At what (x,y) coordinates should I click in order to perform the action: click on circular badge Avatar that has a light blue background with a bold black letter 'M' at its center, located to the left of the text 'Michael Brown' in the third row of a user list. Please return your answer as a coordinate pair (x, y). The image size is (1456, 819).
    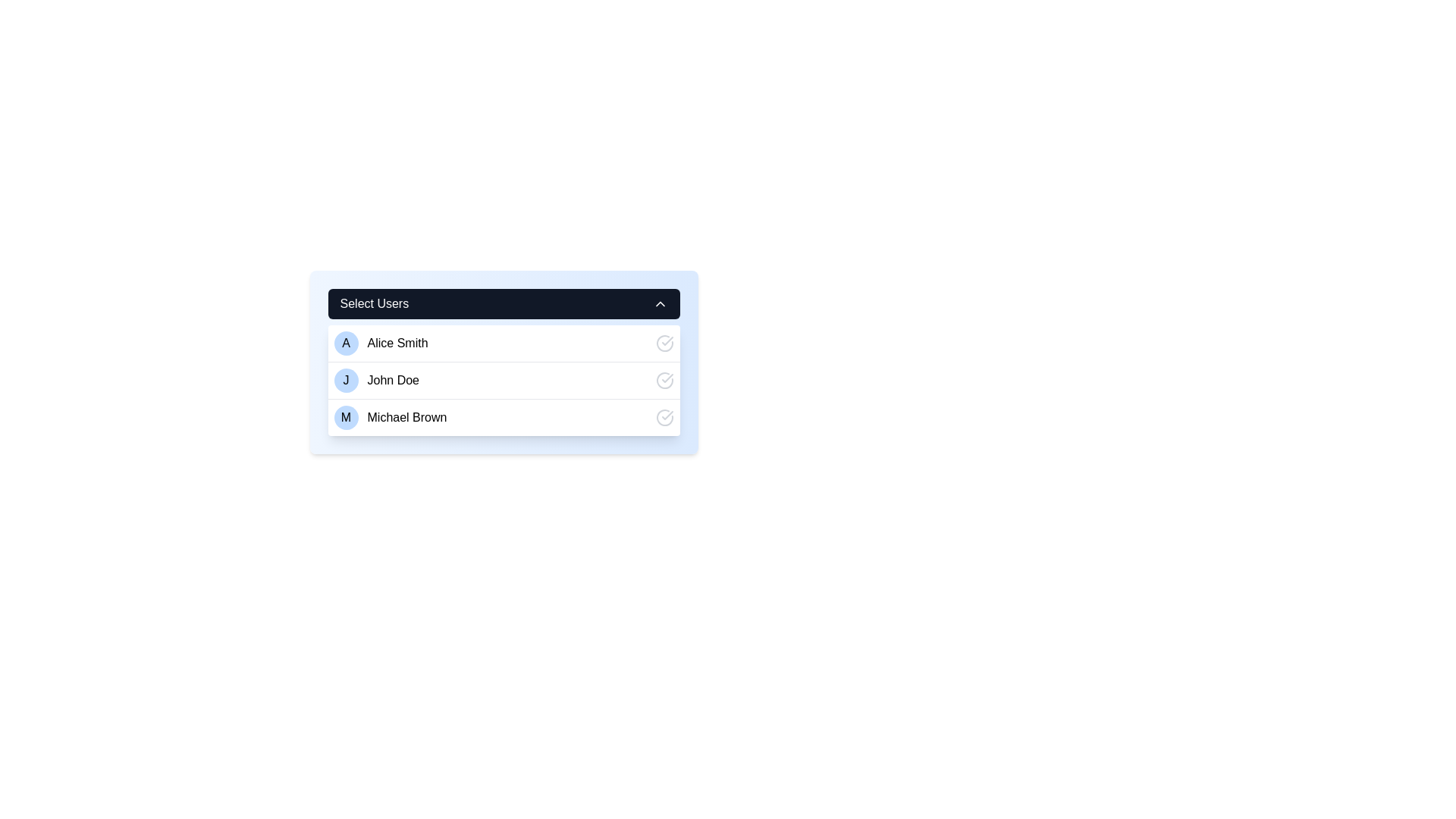
    Looking at the image, I should click on (345, 418).